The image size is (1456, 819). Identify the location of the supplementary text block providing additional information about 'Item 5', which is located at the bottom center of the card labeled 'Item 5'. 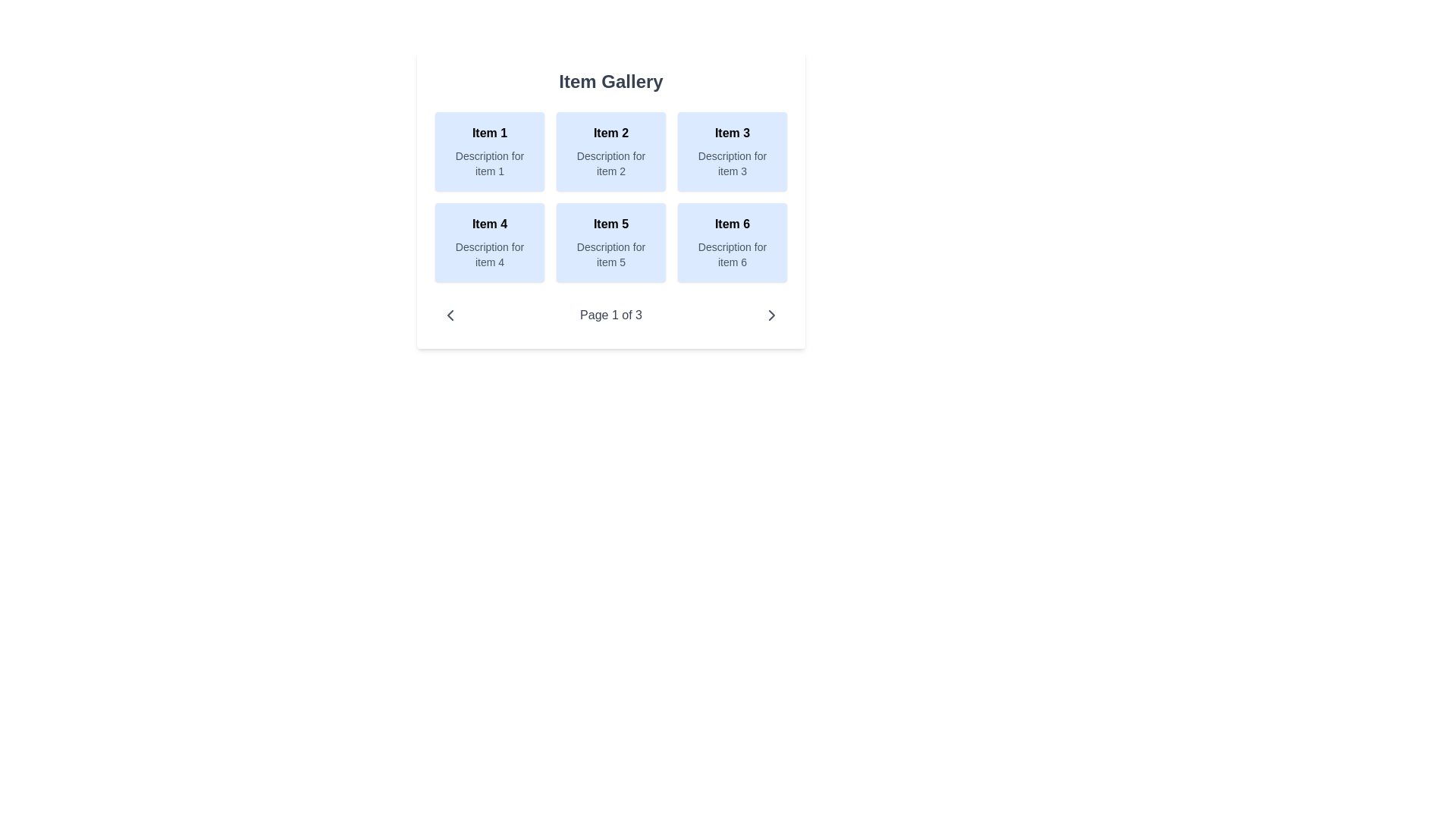
(611, 253).